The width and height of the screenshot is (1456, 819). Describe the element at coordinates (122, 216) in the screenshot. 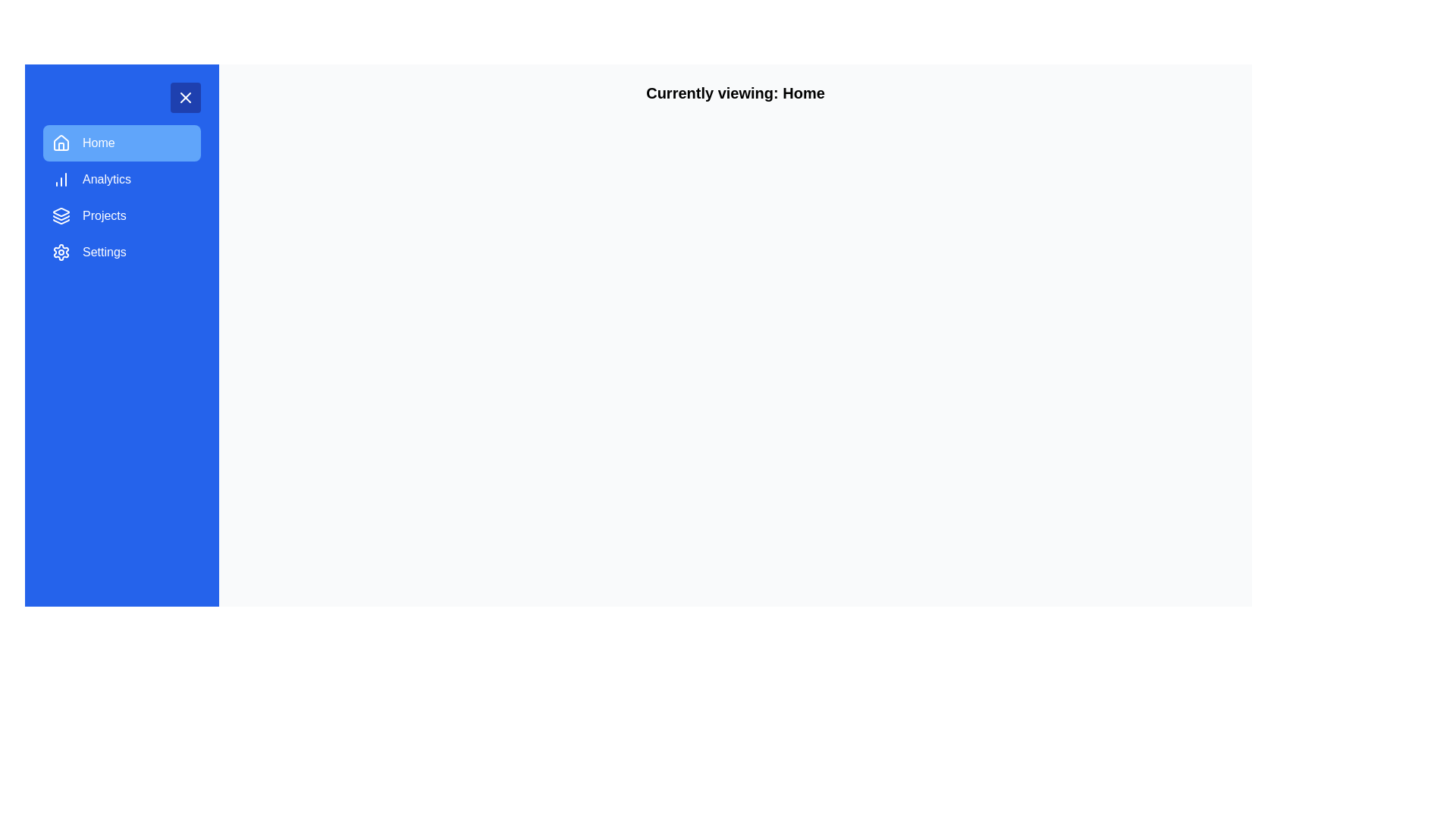

I see `the 'Projects' button in the vertical menu, which is the third option located between 'Analytics' and 'Settings'` at that location.